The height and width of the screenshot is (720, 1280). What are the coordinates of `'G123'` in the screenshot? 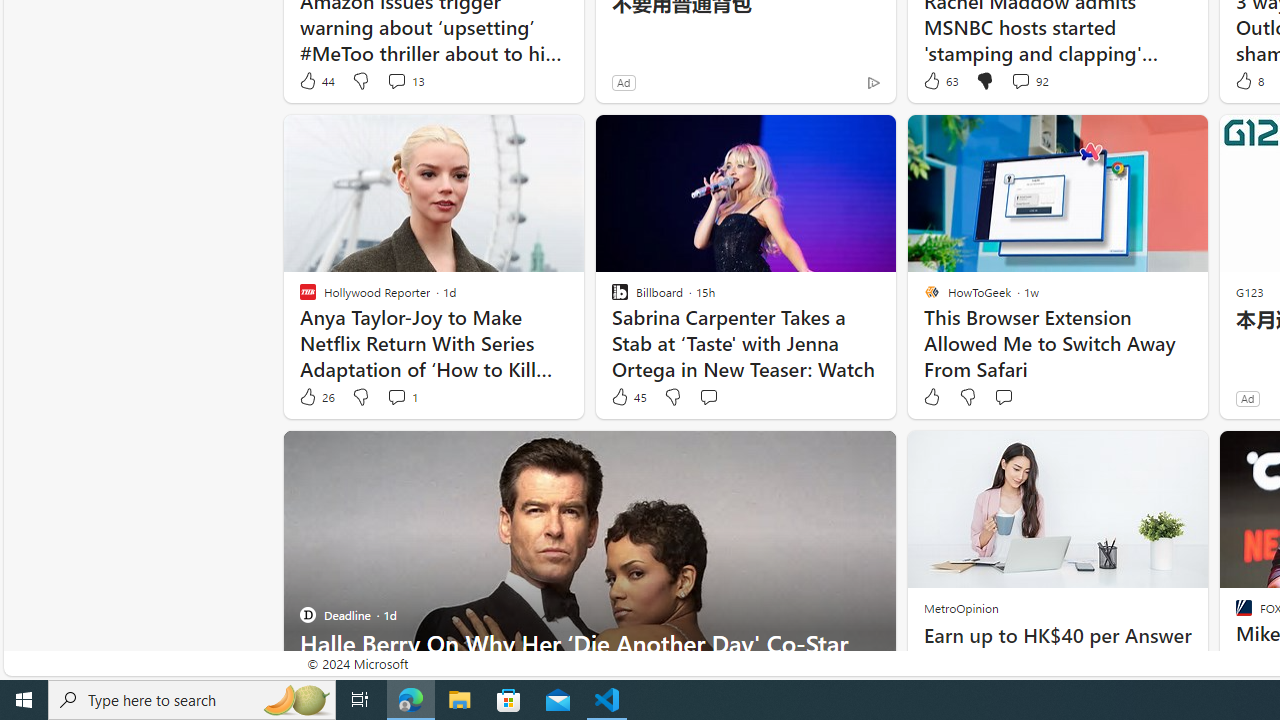 It's located at (1248, 291).